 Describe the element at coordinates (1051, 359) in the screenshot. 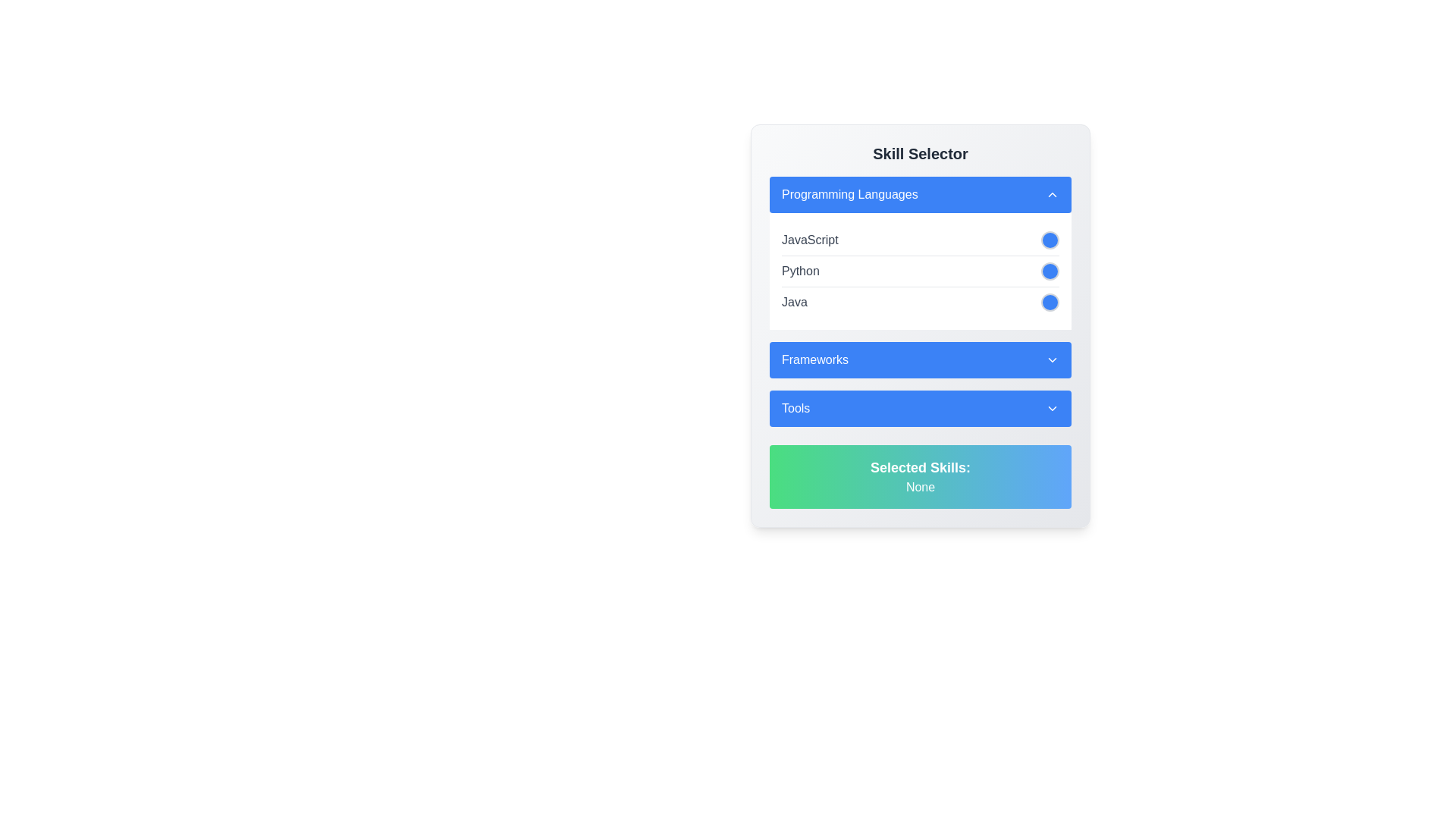

I see `the downward-pointing chevron icon located to the far right within the blue rectangular button labeled 'Frameworks'` at that location.